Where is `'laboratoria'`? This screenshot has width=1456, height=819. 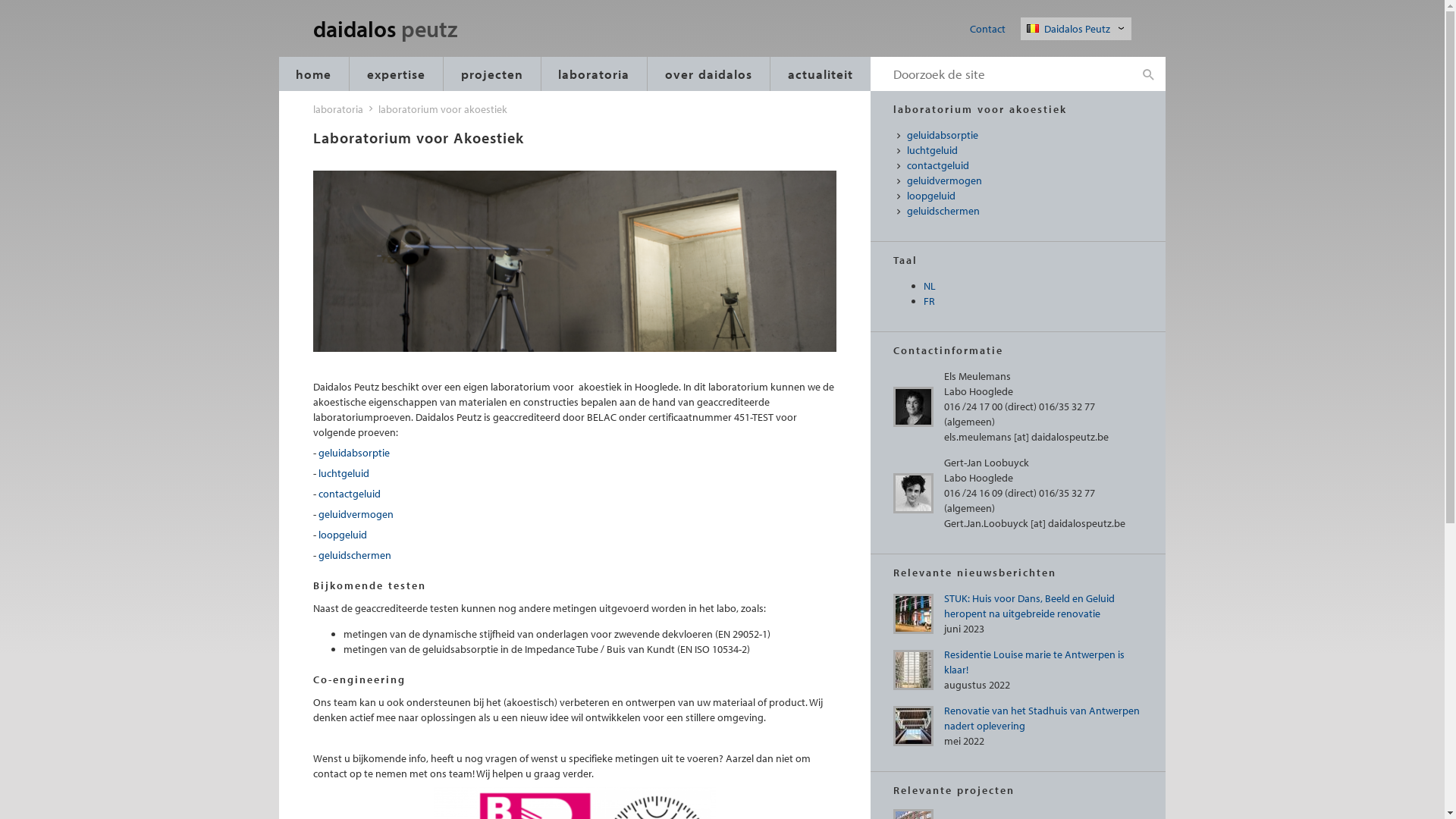
'laboratoria' is located at coordinates (541, 74).